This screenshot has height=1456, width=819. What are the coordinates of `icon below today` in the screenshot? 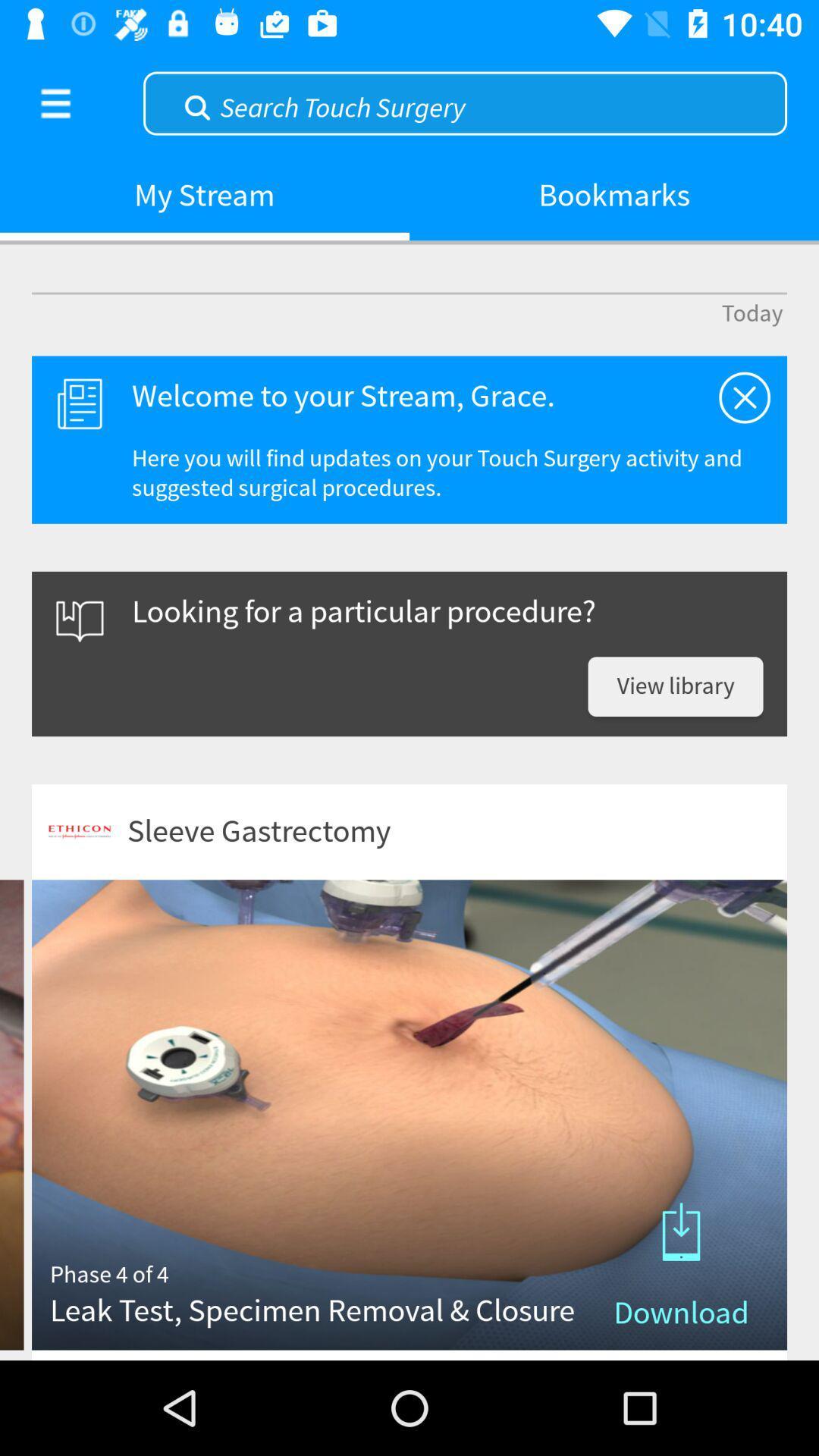 It's located at (744, 397).